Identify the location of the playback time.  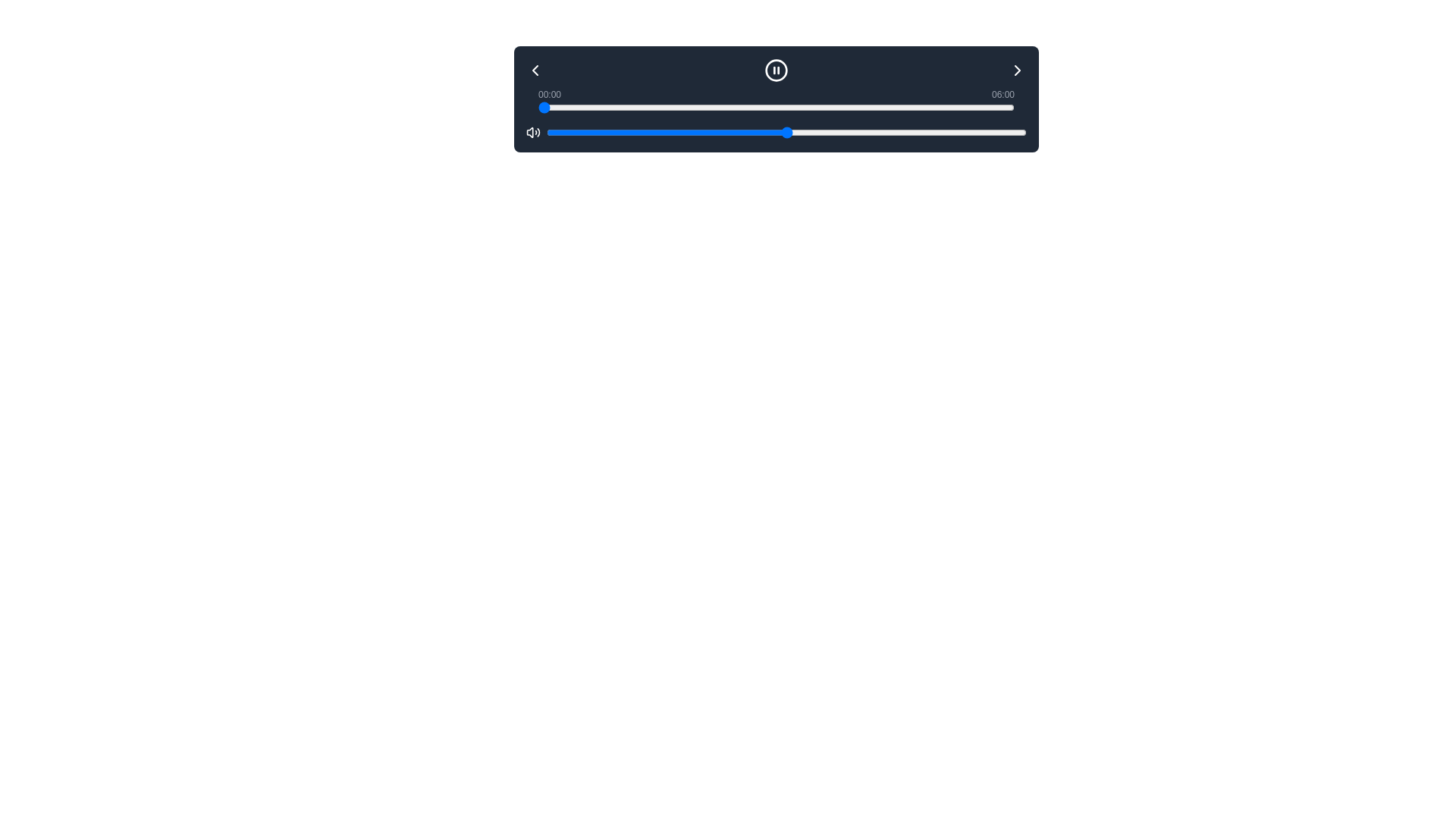
(978, 107).